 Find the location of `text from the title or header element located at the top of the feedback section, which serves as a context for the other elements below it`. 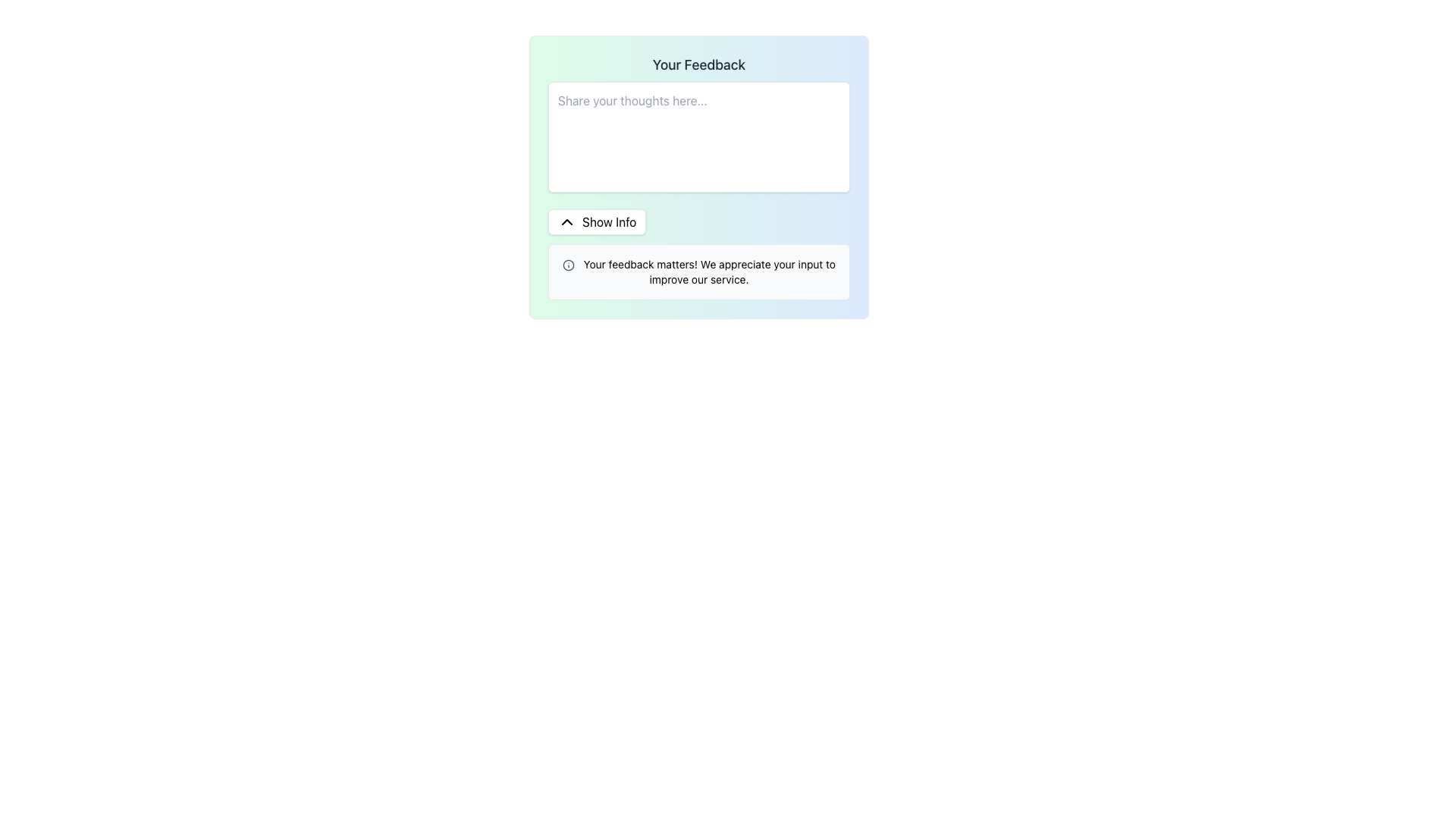

text from the title or header element located at the top of the feedback section, which serves as a context for the other elements below it is located at coordinates (698, 64).